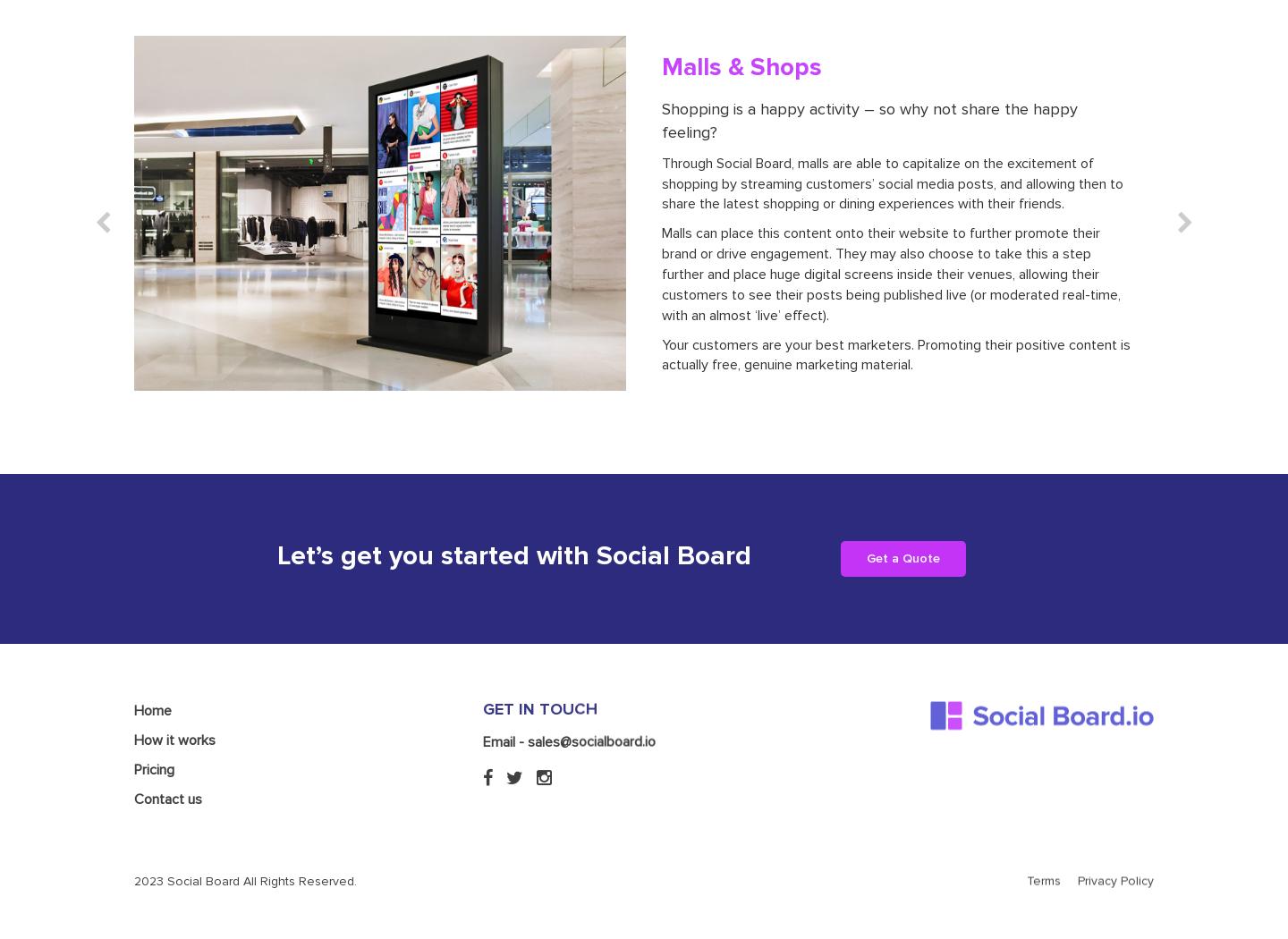  I want to click on 'Let’s get you started with Social Board', so click(513, 555).